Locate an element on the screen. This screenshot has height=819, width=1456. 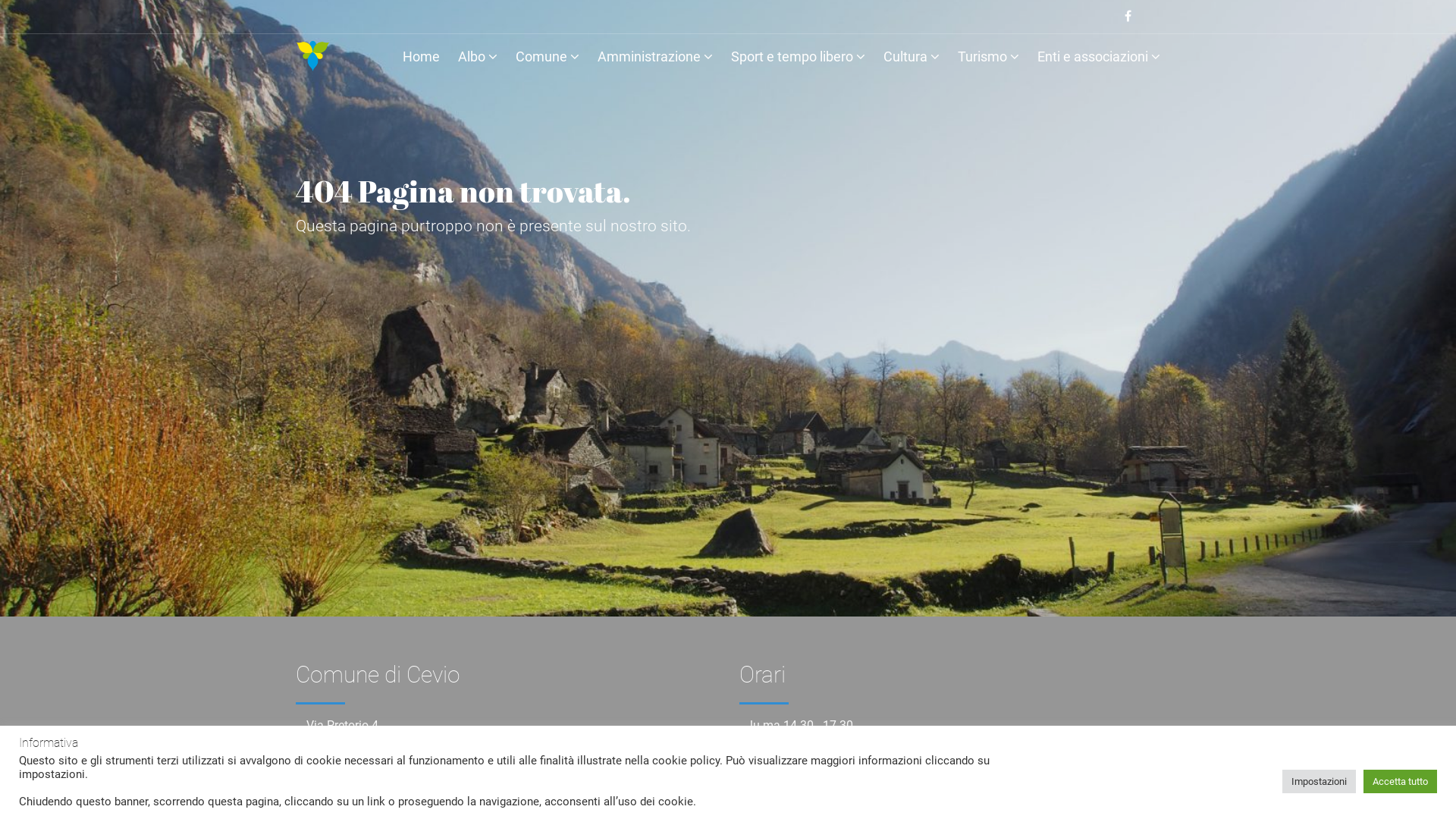
'Turismo' is located at coordinates (956, 58).